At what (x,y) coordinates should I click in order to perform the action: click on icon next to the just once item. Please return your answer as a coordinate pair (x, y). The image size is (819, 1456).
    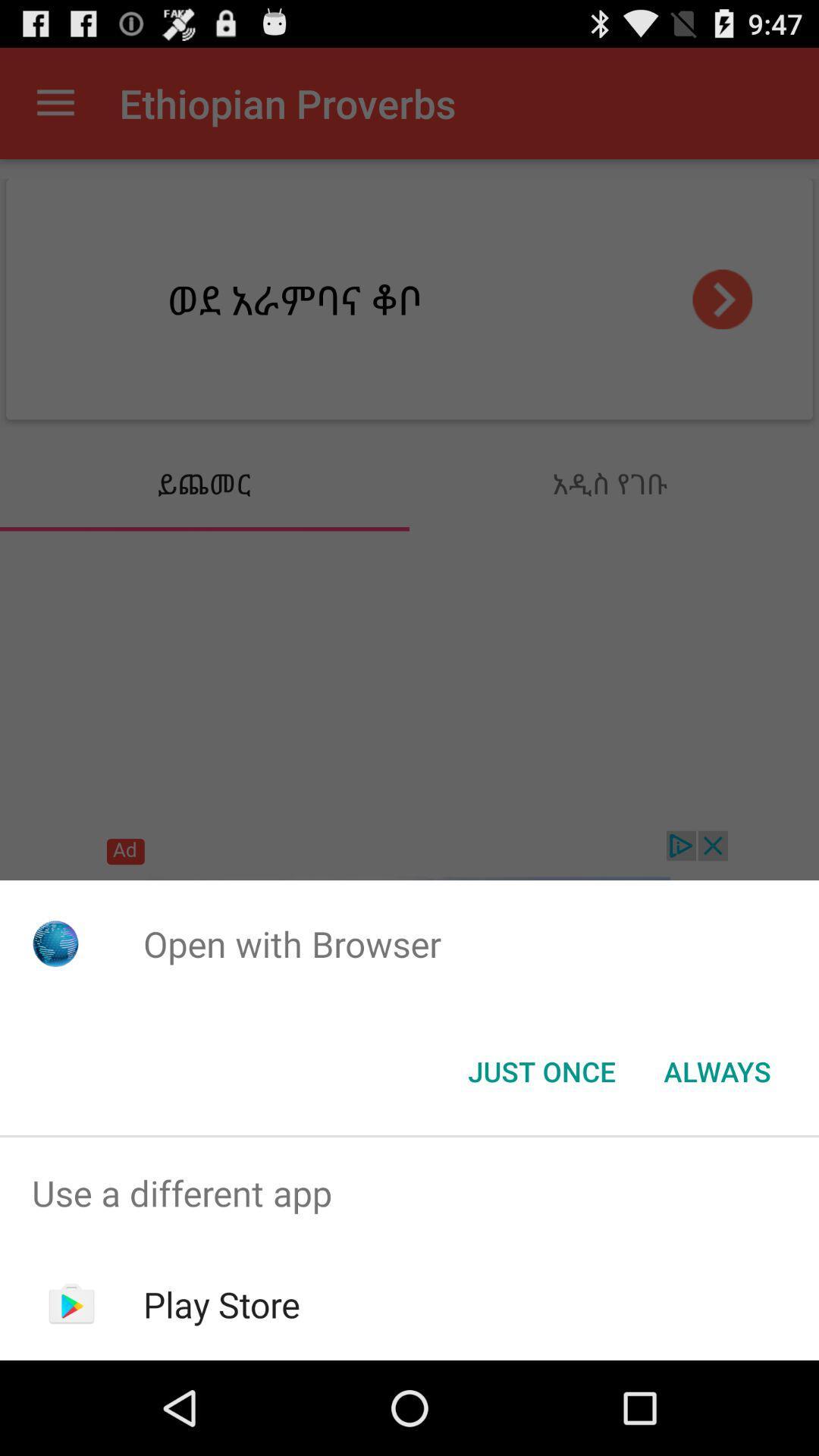
    Looking at the image, I should click on (717, 1070).